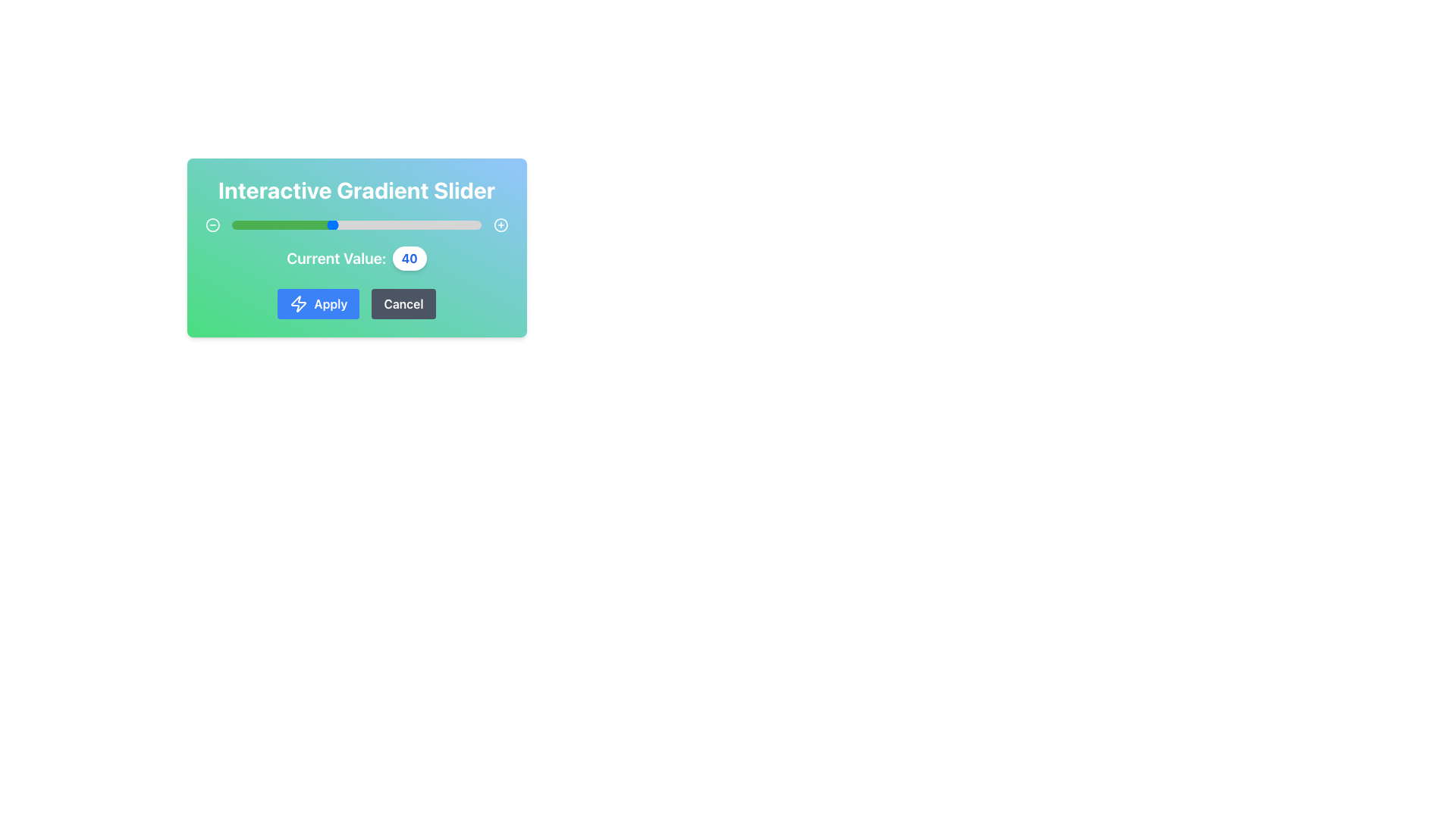  I want to click on the slider, so click(432, 225).